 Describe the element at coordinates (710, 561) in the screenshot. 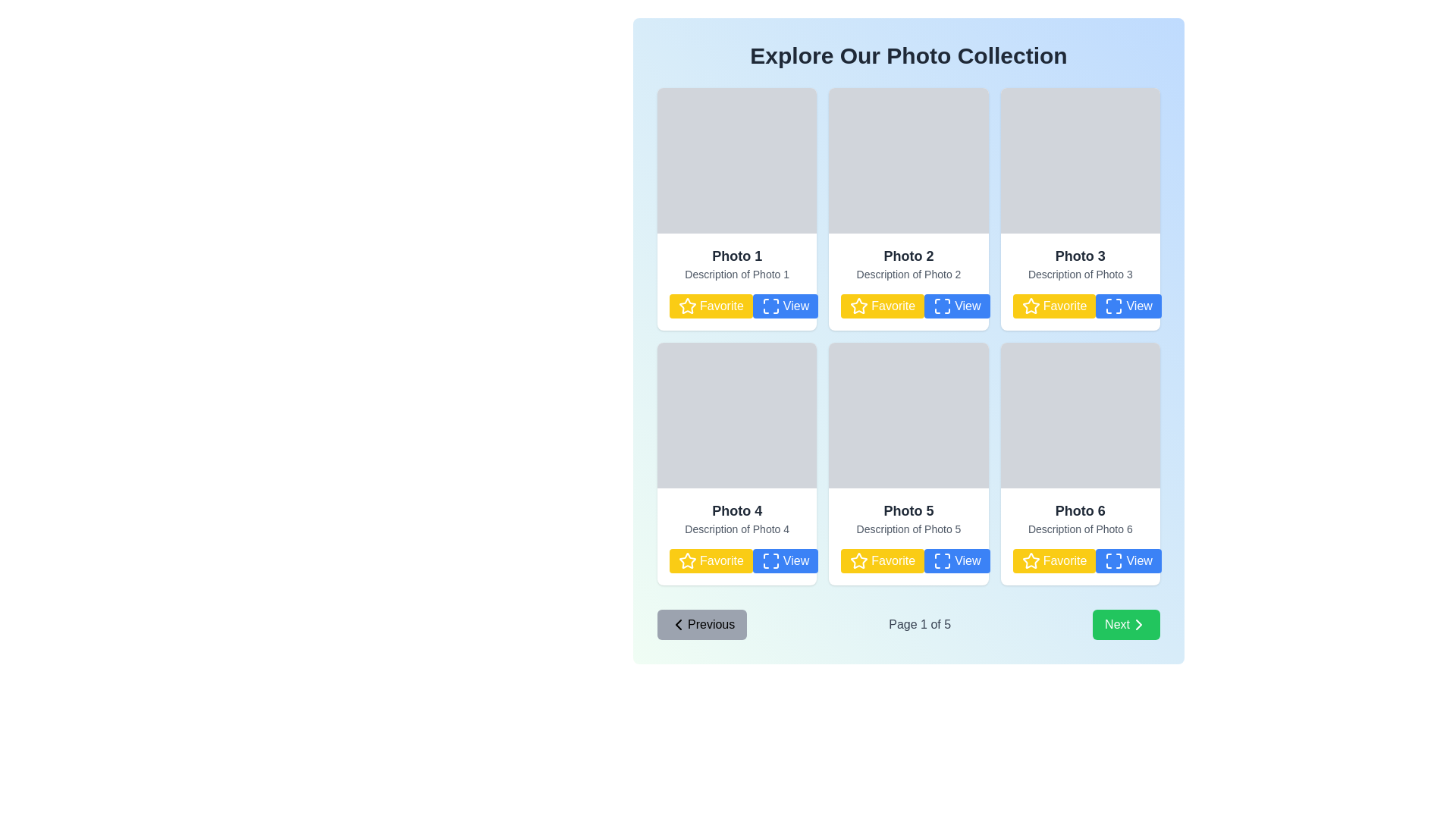

I see `the 'Favorite' button with a yellow background and white text, located in the Photo 4 card to observe the hover effect` at that location.